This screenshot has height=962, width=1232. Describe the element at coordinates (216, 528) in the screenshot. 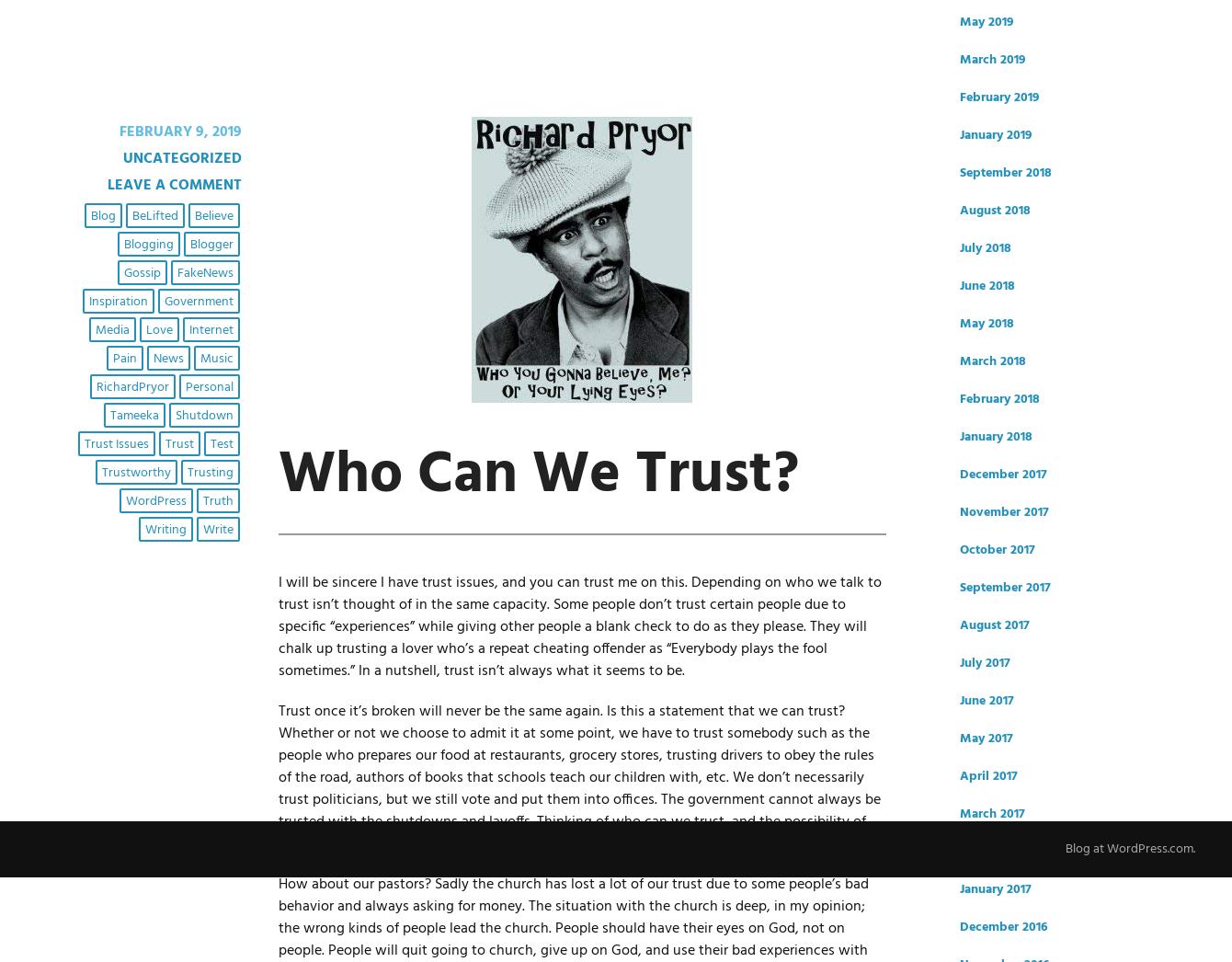

I see `'Write'` at that location.